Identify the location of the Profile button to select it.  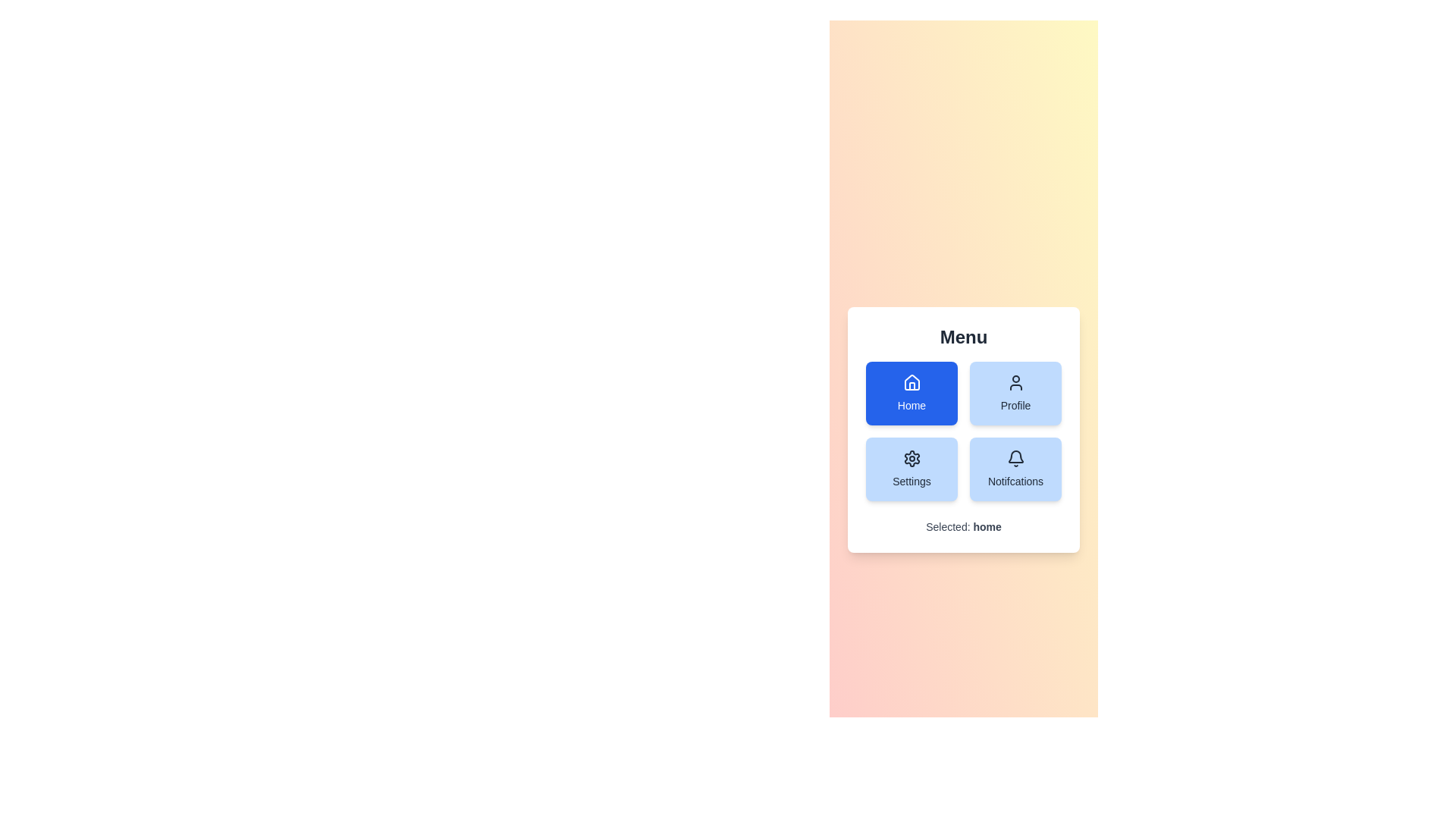
(1015, 393).